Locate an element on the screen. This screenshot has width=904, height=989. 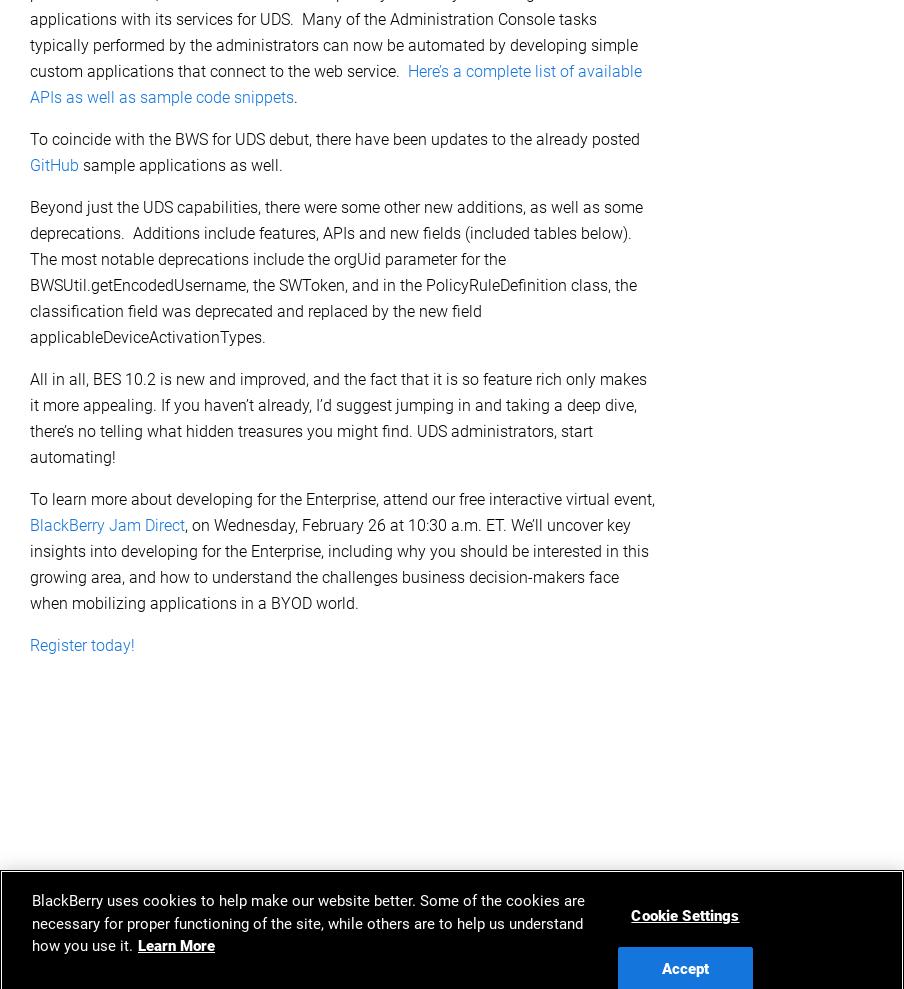
'sample applications as well.' is located at coordinates (180, 163).